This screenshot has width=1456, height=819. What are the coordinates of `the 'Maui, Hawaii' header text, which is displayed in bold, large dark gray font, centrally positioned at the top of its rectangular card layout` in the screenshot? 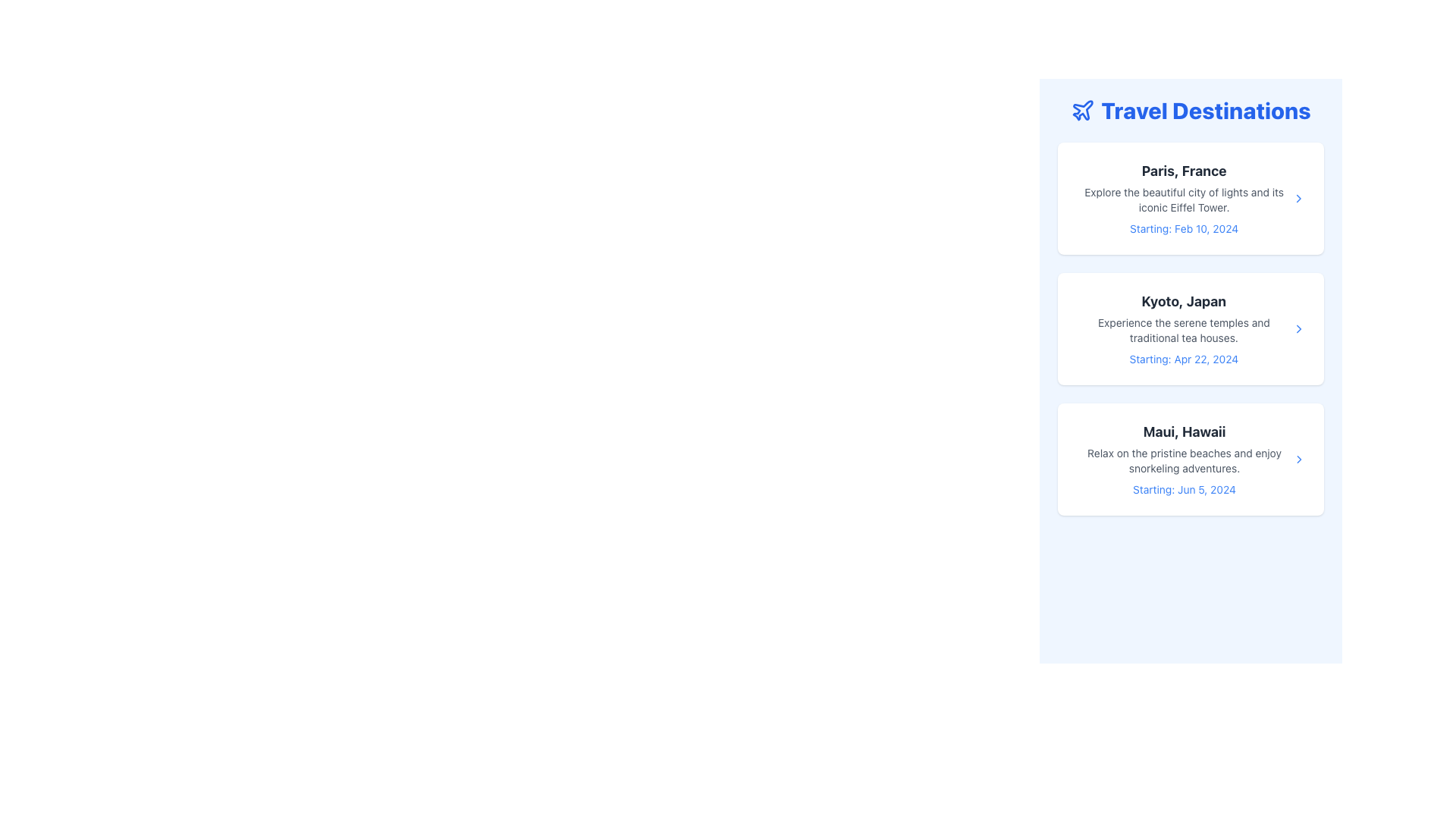 It's located at (1184, 432).